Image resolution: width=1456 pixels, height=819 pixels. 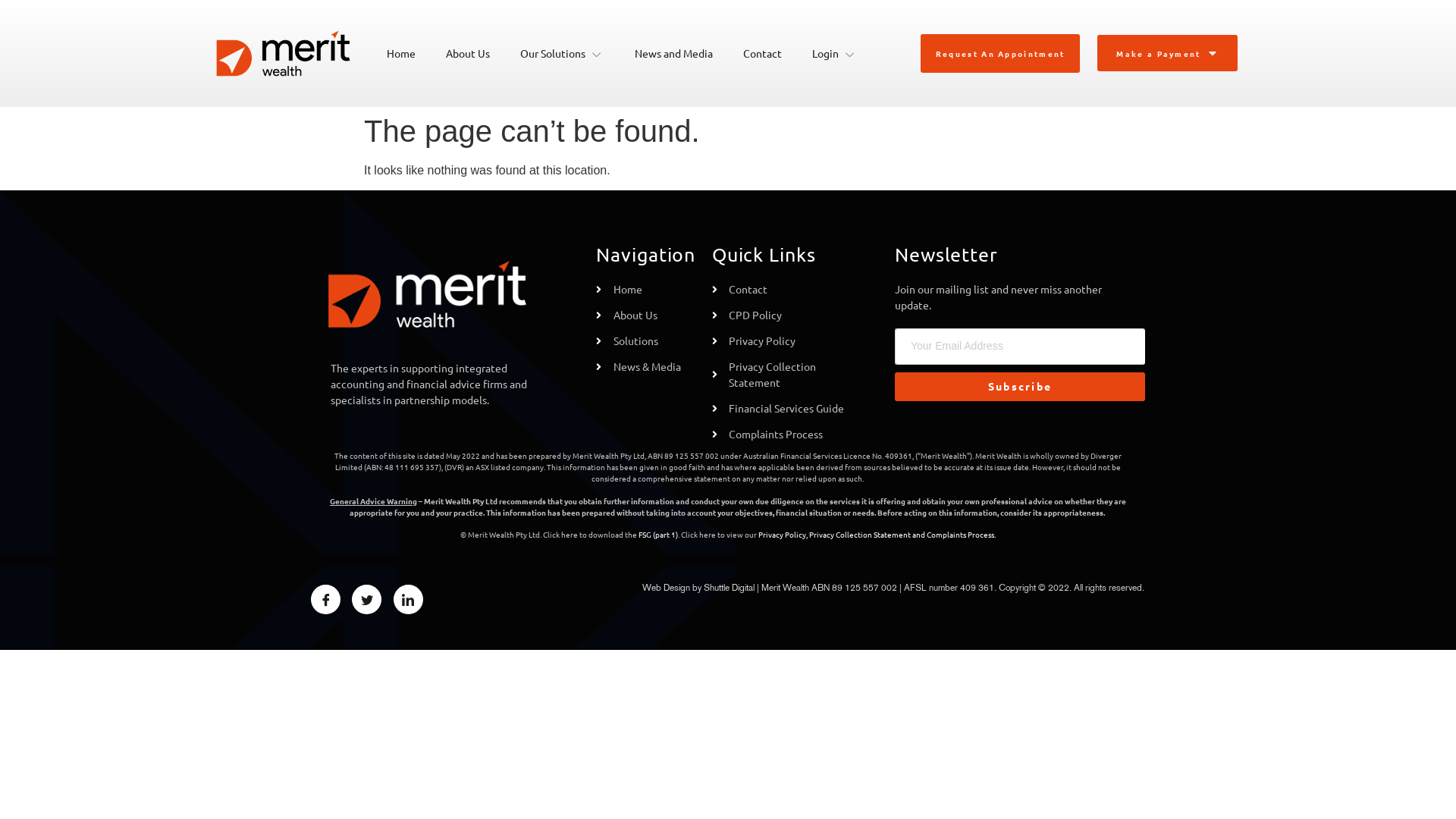 I want to click on 'CPD Policy', so click(x=784, y=314).